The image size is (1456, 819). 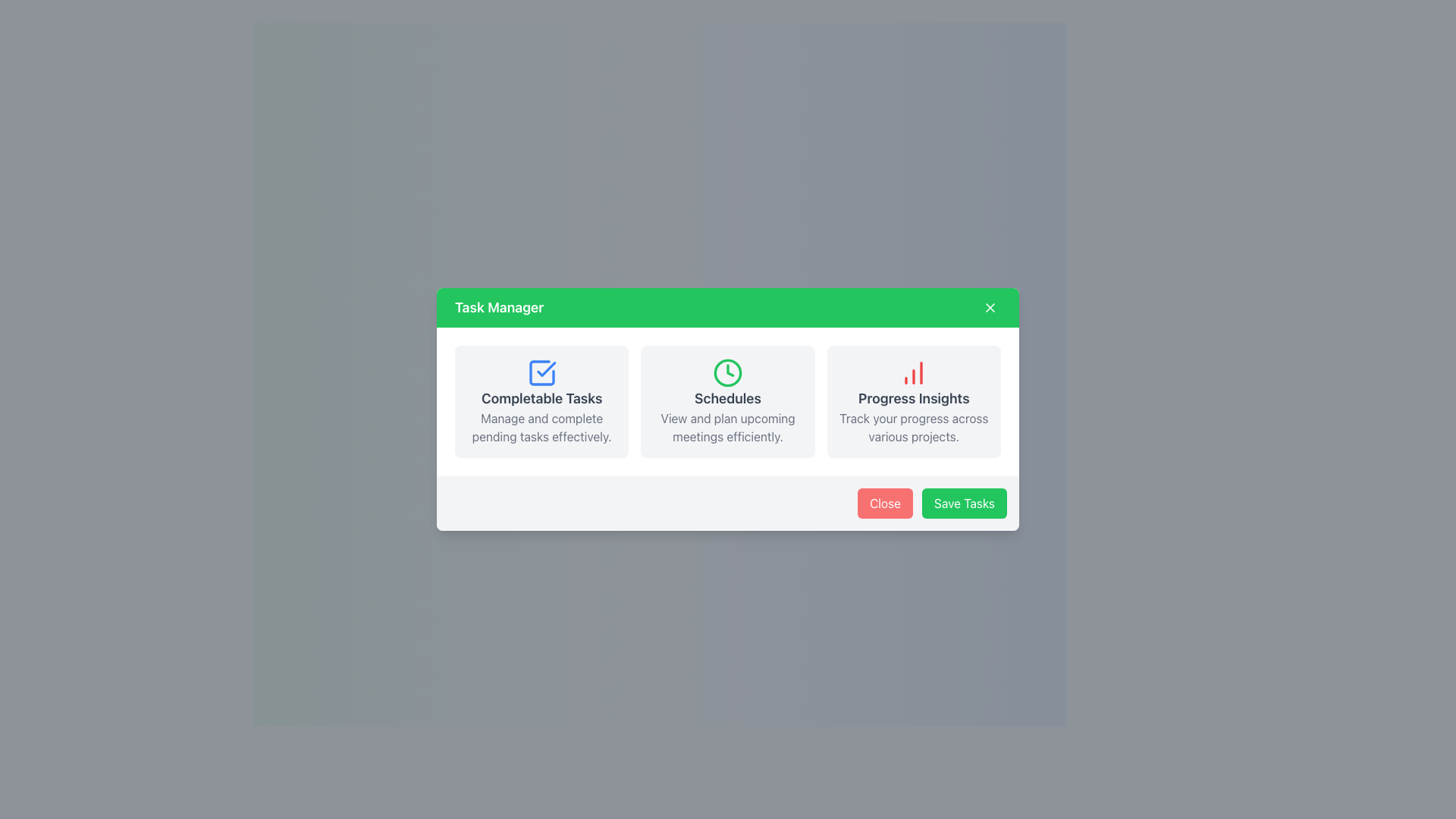 I want to click on an individual card within the task management overview section located in the modal dialog box below the 'Task Manager' header, so click(x=728, y=400).